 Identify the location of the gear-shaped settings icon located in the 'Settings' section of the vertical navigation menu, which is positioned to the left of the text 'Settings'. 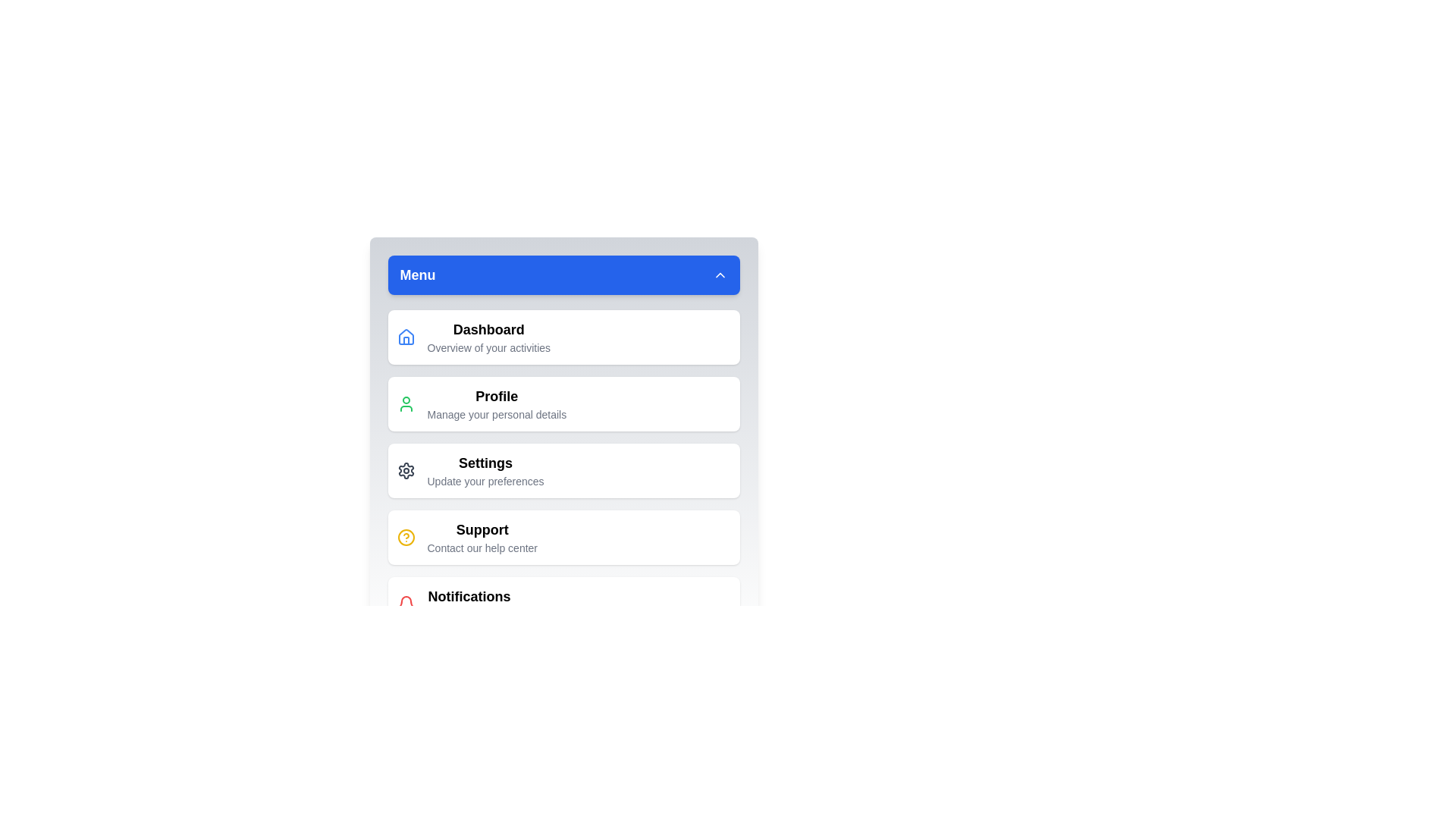
(406, 470).